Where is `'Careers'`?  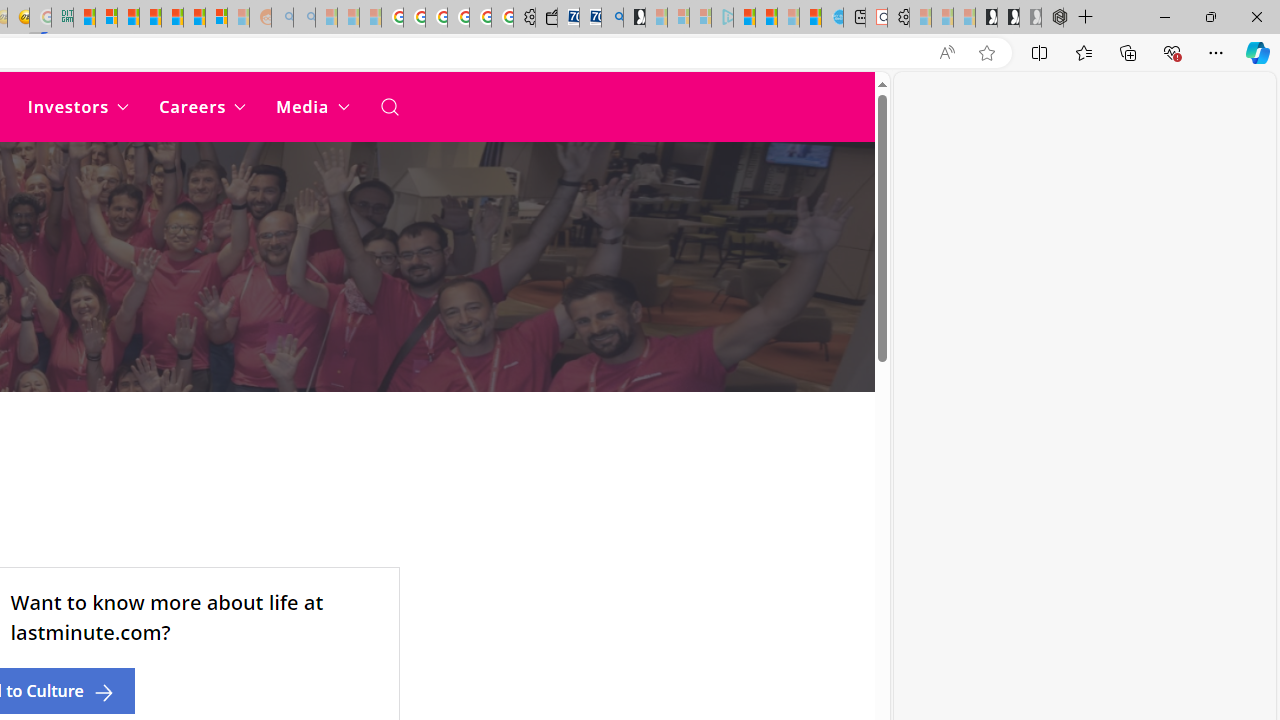
'Careers' is located at coordinates (202, 106).